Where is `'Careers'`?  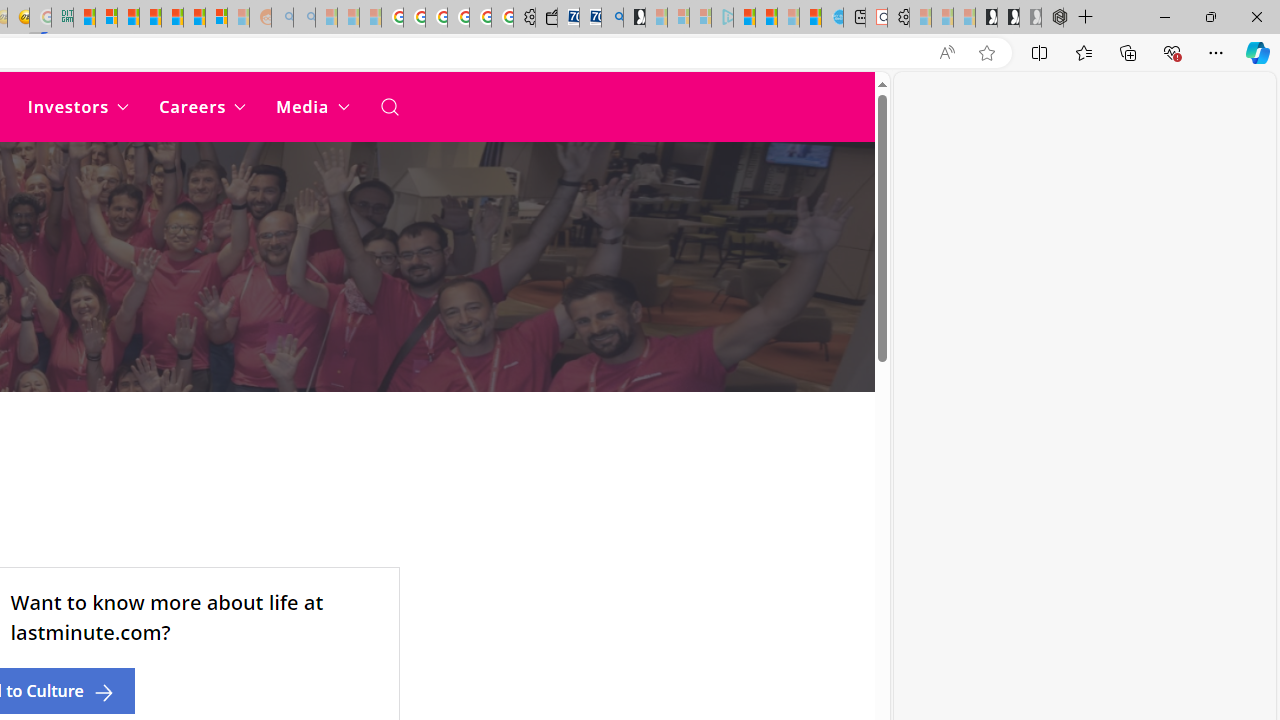
'Careers' is located at coordinates (202, 106).